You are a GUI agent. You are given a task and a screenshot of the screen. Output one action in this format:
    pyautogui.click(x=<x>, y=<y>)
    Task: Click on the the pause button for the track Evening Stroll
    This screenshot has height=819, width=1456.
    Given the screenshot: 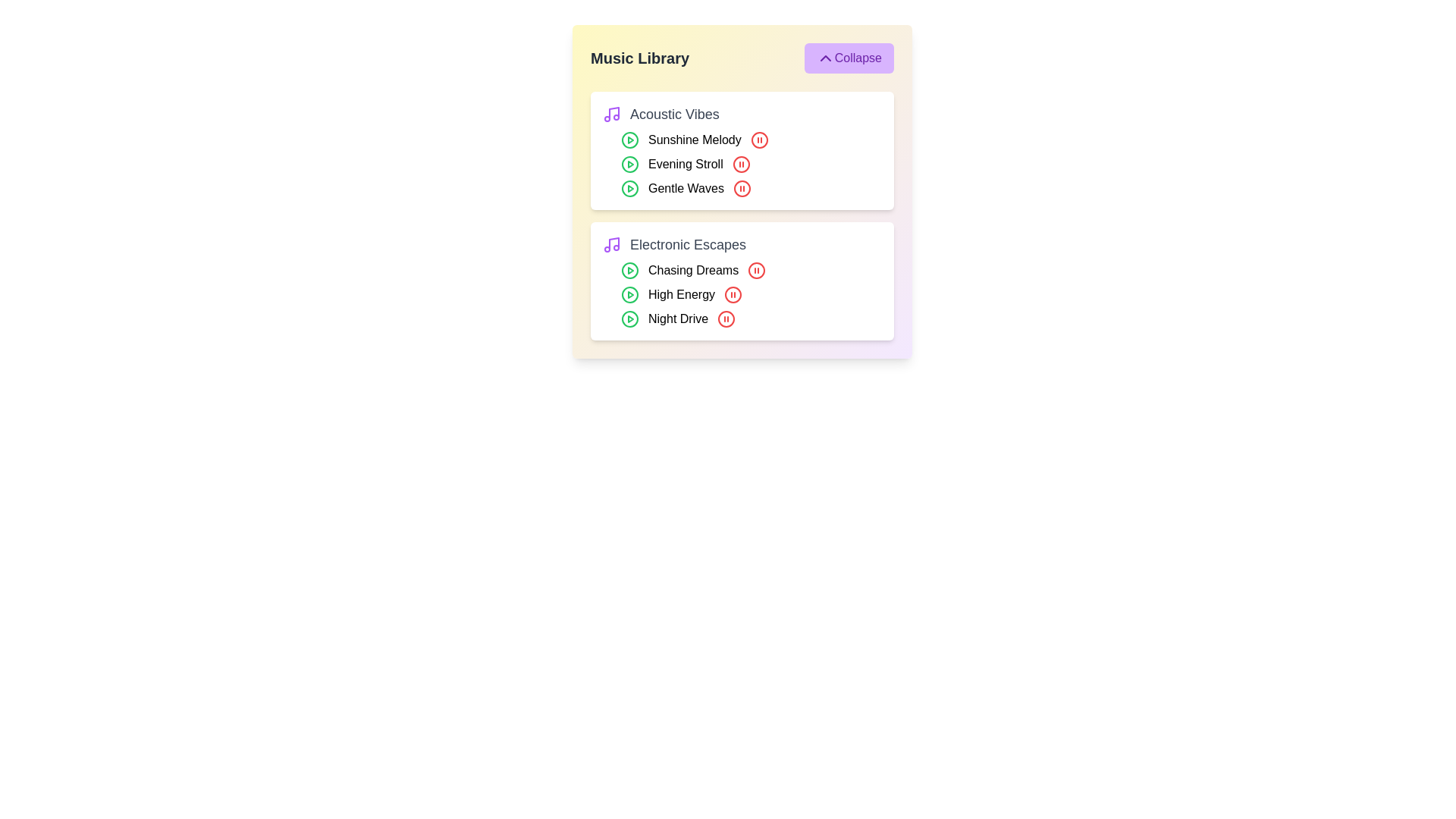 What is the action you would take?
    pyautogui.click(x=741, y=164)
    